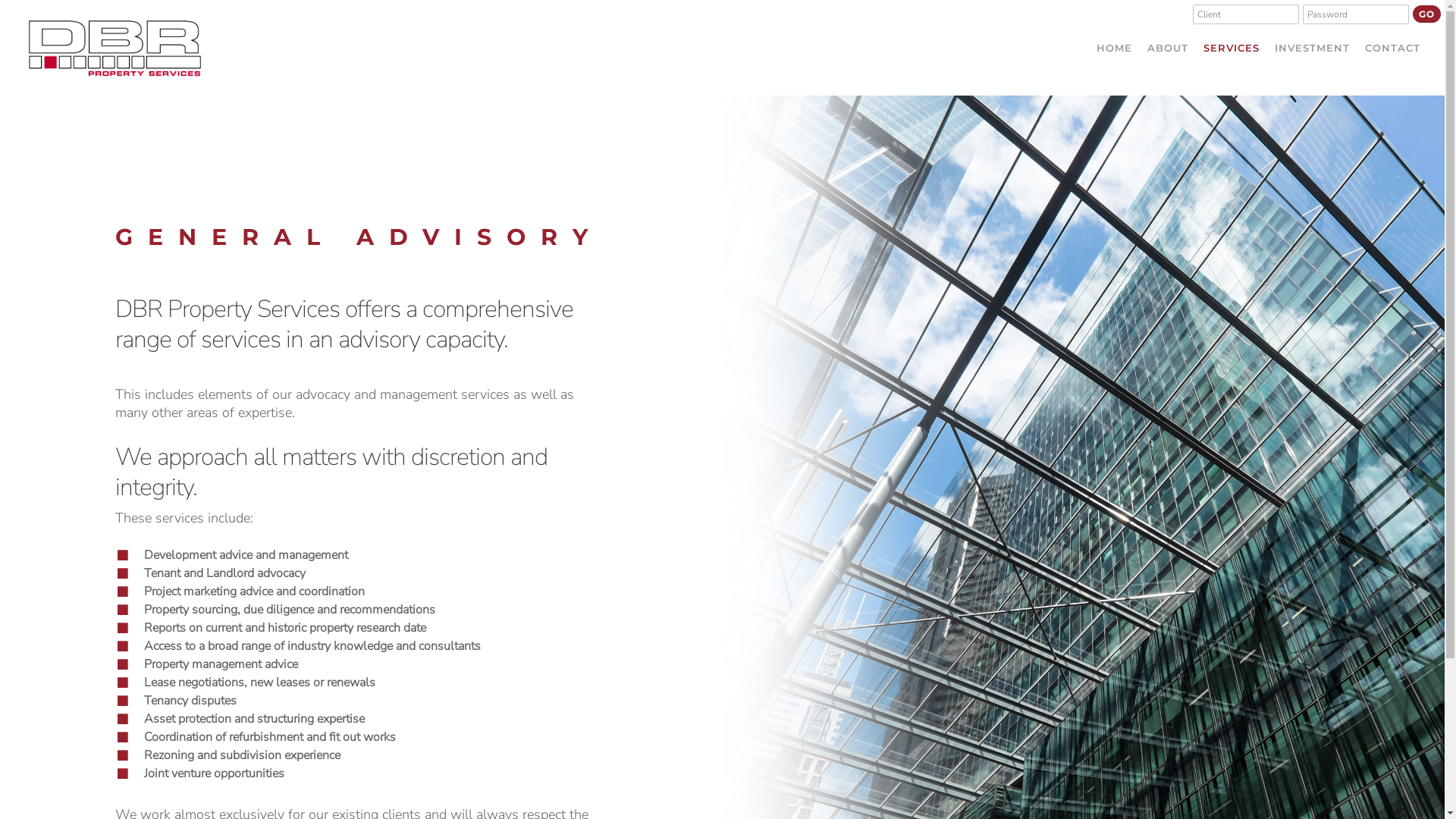 Image resolution: width=1456 pixels, height=819 pixels. What do you see at coordinates (1114, 46) in the screenshot?
I see `'HOME'` at bounding box center [1114, 46].